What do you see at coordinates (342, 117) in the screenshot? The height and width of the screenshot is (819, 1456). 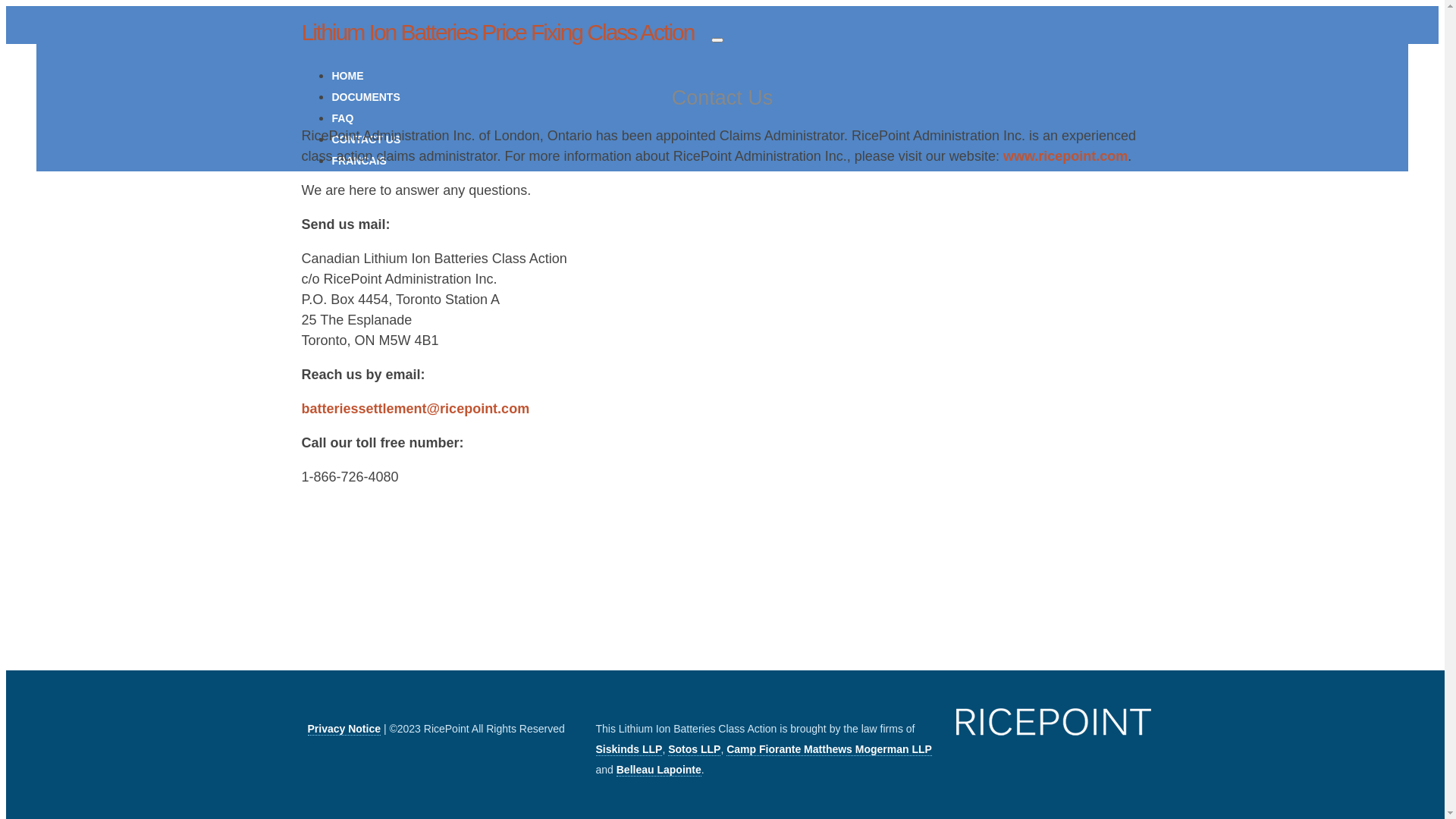 I see `'FAQ'` at bounding box center [342, 117].